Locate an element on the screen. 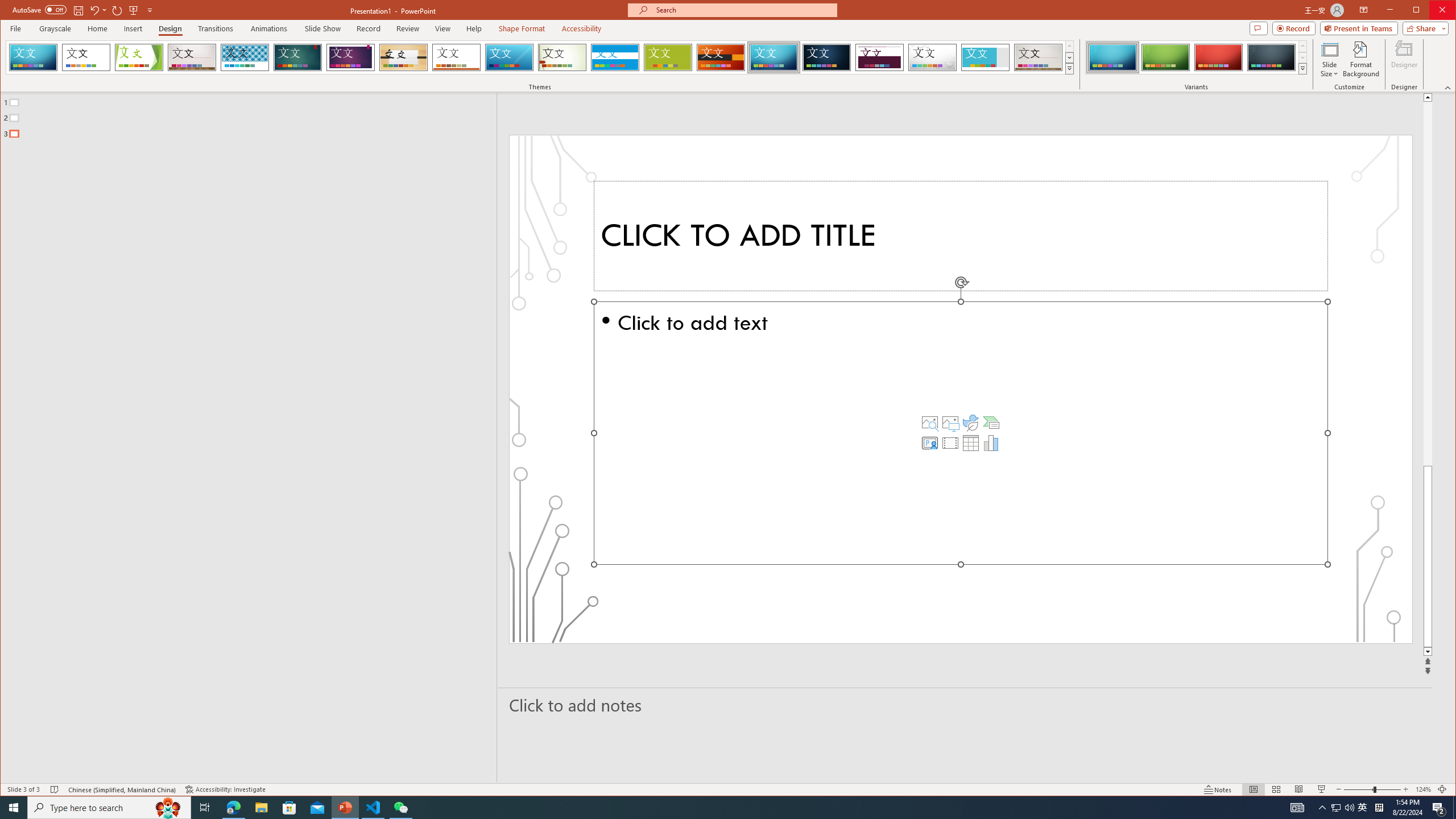  'Q2790: 100%' is located at coordinates (1349, 806).